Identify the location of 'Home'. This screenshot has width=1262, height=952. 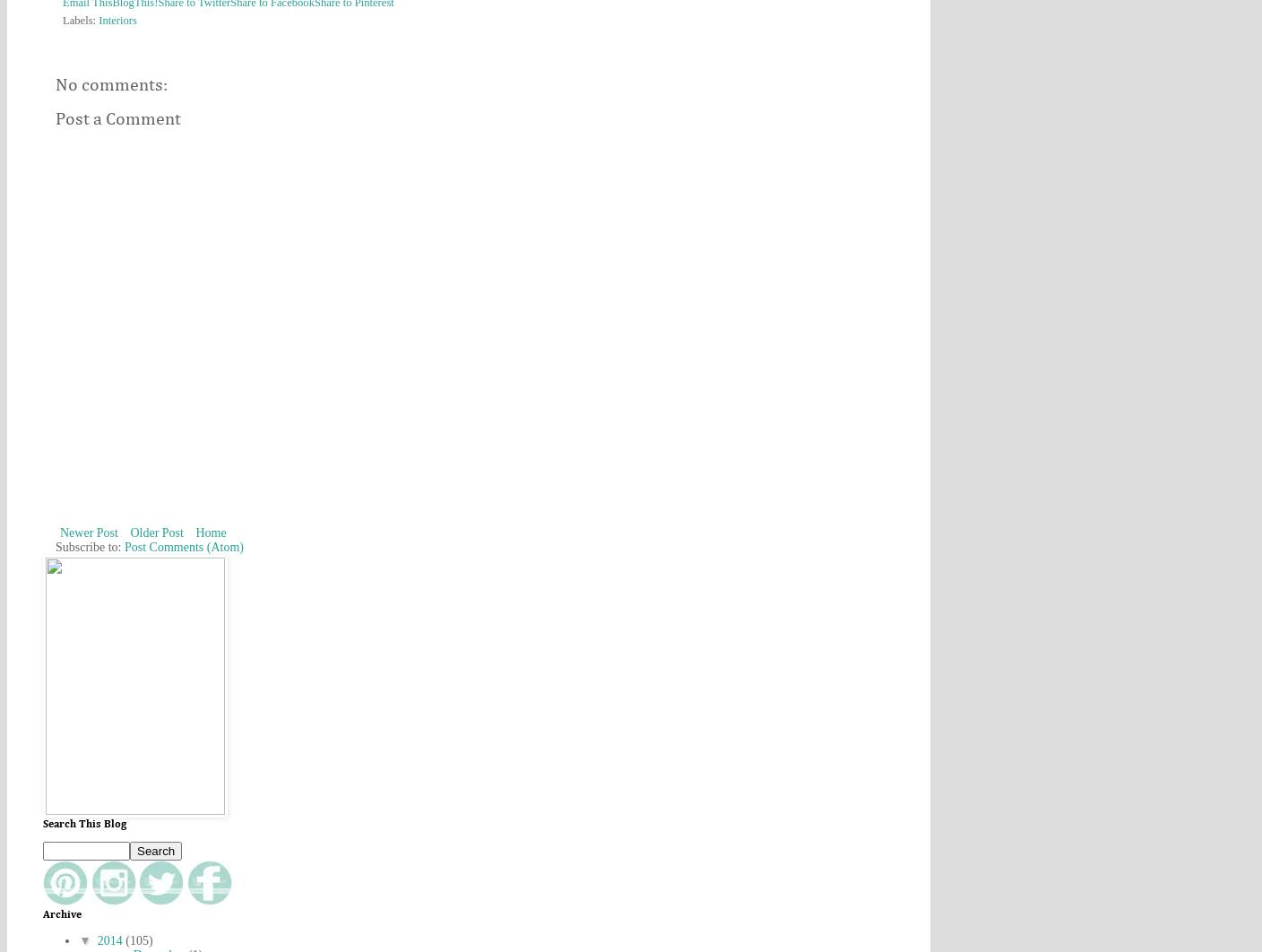
(209, 532).